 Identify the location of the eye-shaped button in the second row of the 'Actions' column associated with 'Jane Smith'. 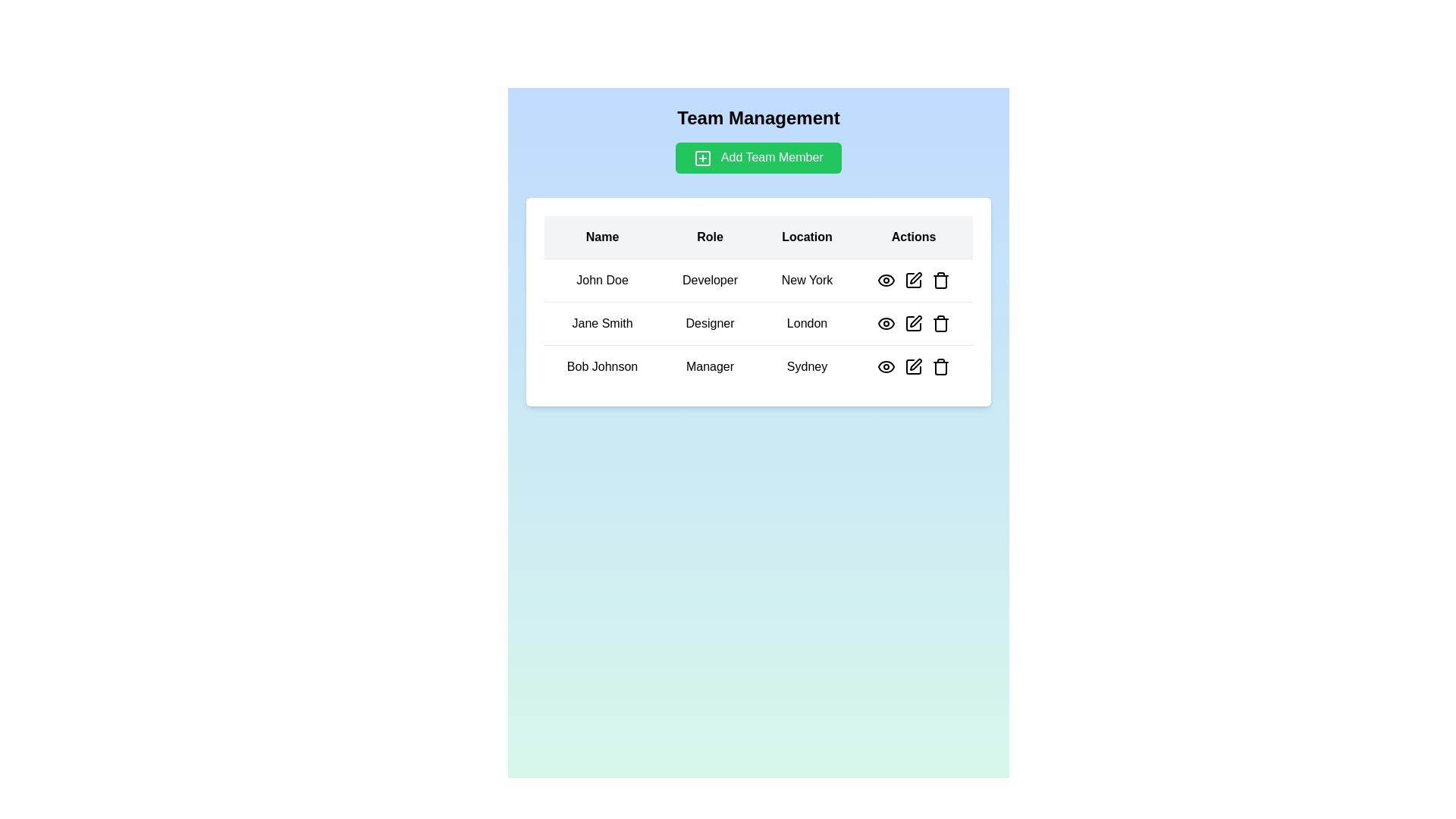
(886, 322).